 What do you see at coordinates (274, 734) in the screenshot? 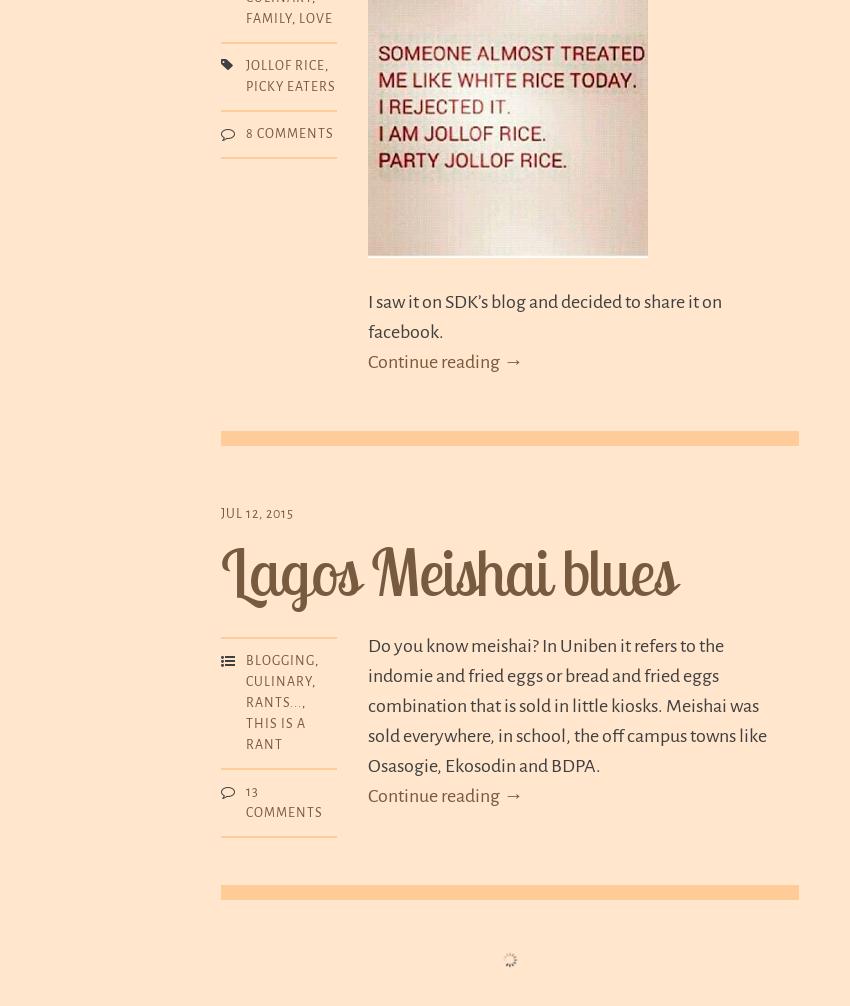
I see `'This is a rant'` at bounding box center [274, 734].